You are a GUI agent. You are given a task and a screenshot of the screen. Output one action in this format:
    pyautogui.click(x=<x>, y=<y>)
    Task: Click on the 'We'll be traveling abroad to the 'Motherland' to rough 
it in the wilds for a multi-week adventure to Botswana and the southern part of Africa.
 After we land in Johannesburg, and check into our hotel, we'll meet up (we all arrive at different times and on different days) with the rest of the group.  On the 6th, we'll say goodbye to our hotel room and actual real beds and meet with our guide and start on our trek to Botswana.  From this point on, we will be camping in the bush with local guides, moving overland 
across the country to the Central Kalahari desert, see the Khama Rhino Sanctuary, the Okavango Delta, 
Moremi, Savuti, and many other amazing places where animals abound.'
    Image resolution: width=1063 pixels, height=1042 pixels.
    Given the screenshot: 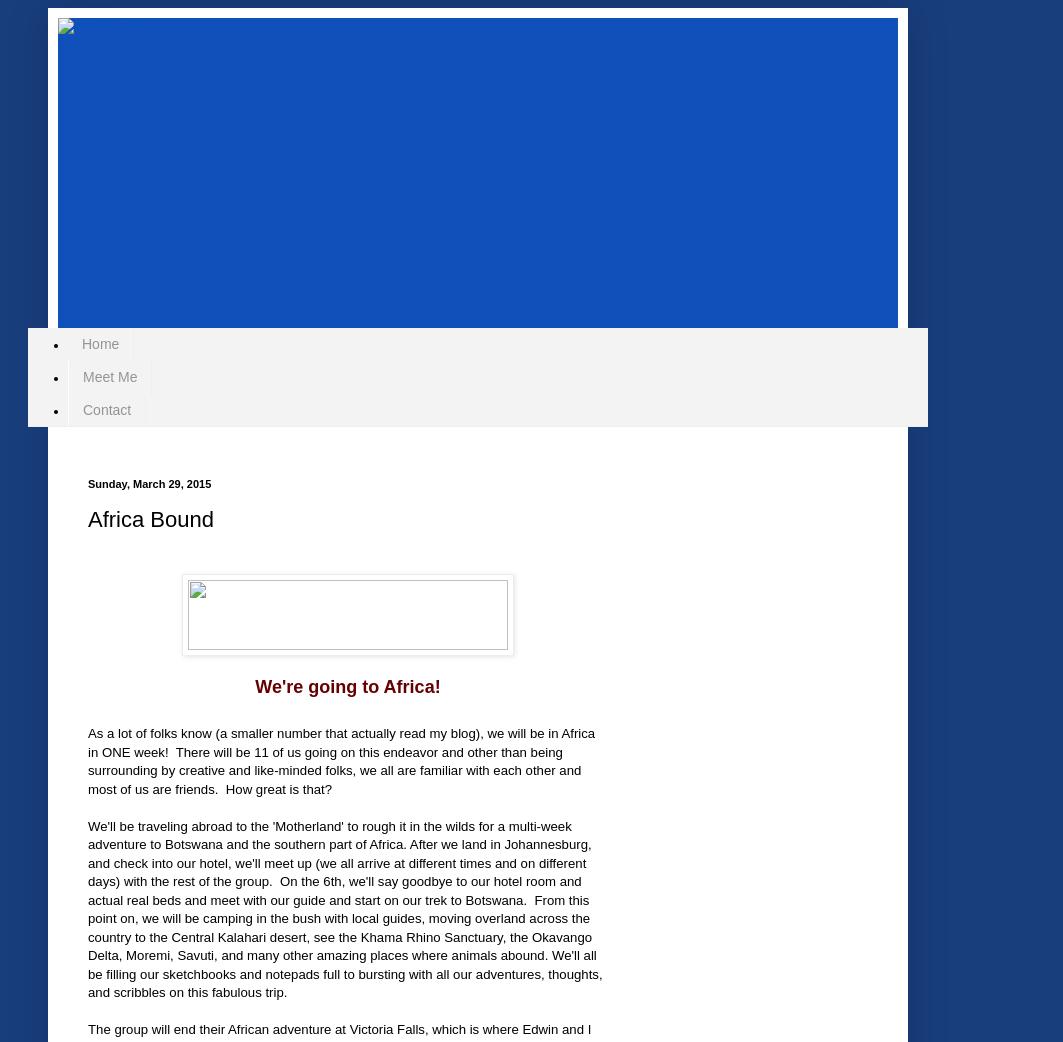 What is the action you would take?
    pyautogui.click(x=339, y=889)
    